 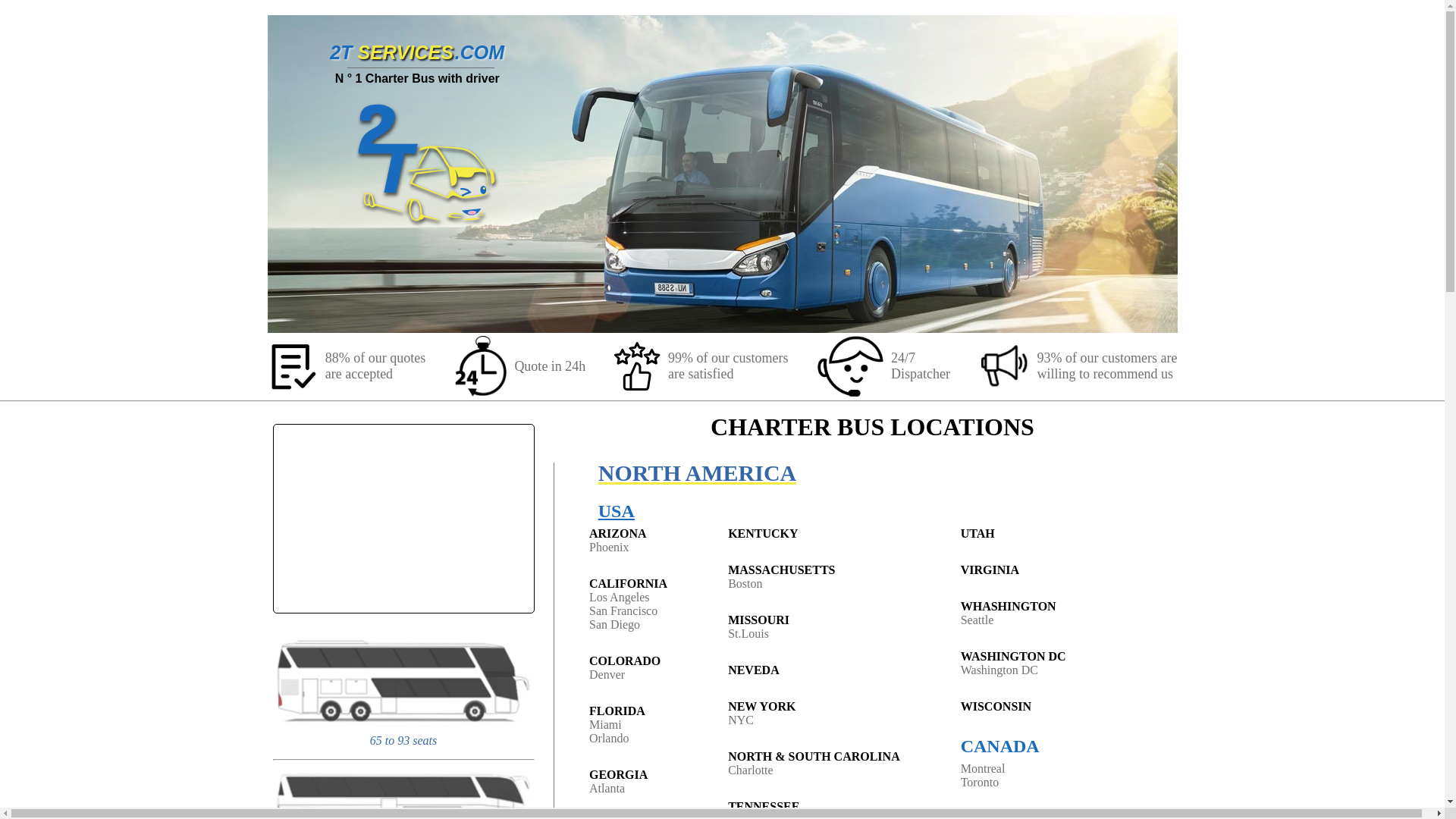 What do you see at coordinates (696, 511) in the screenshot?
I see `'USA'` at bounding box center [696, 511].